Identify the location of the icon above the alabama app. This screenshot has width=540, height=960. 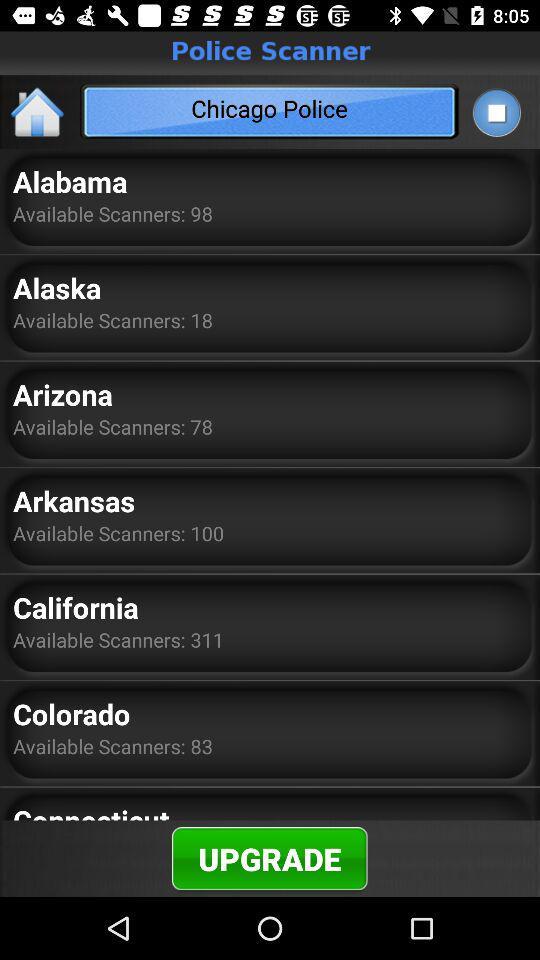
(38, 111).